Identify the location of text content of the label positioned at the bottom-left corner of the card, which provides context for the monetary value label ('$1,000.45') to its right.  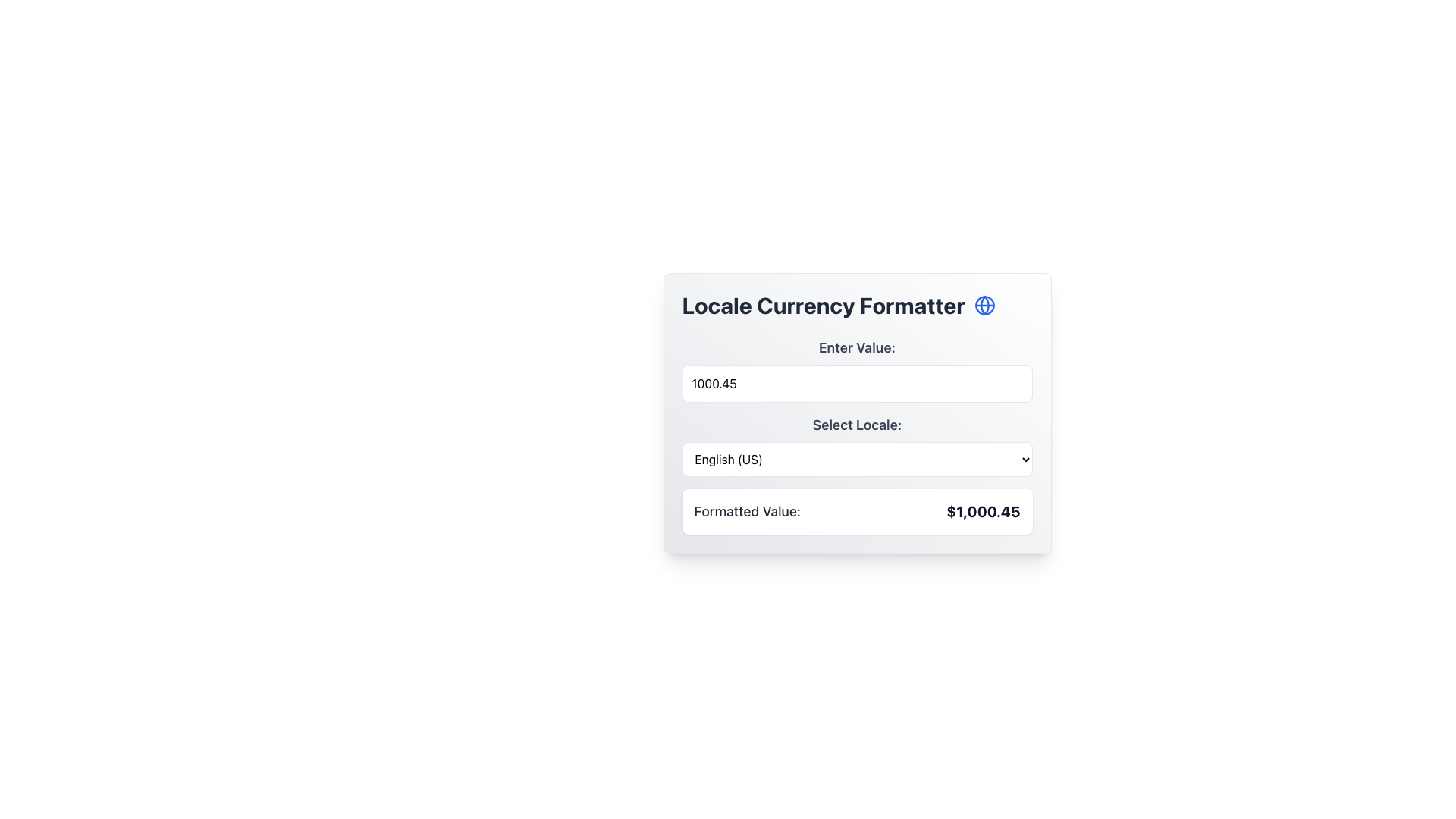
(747, 512).